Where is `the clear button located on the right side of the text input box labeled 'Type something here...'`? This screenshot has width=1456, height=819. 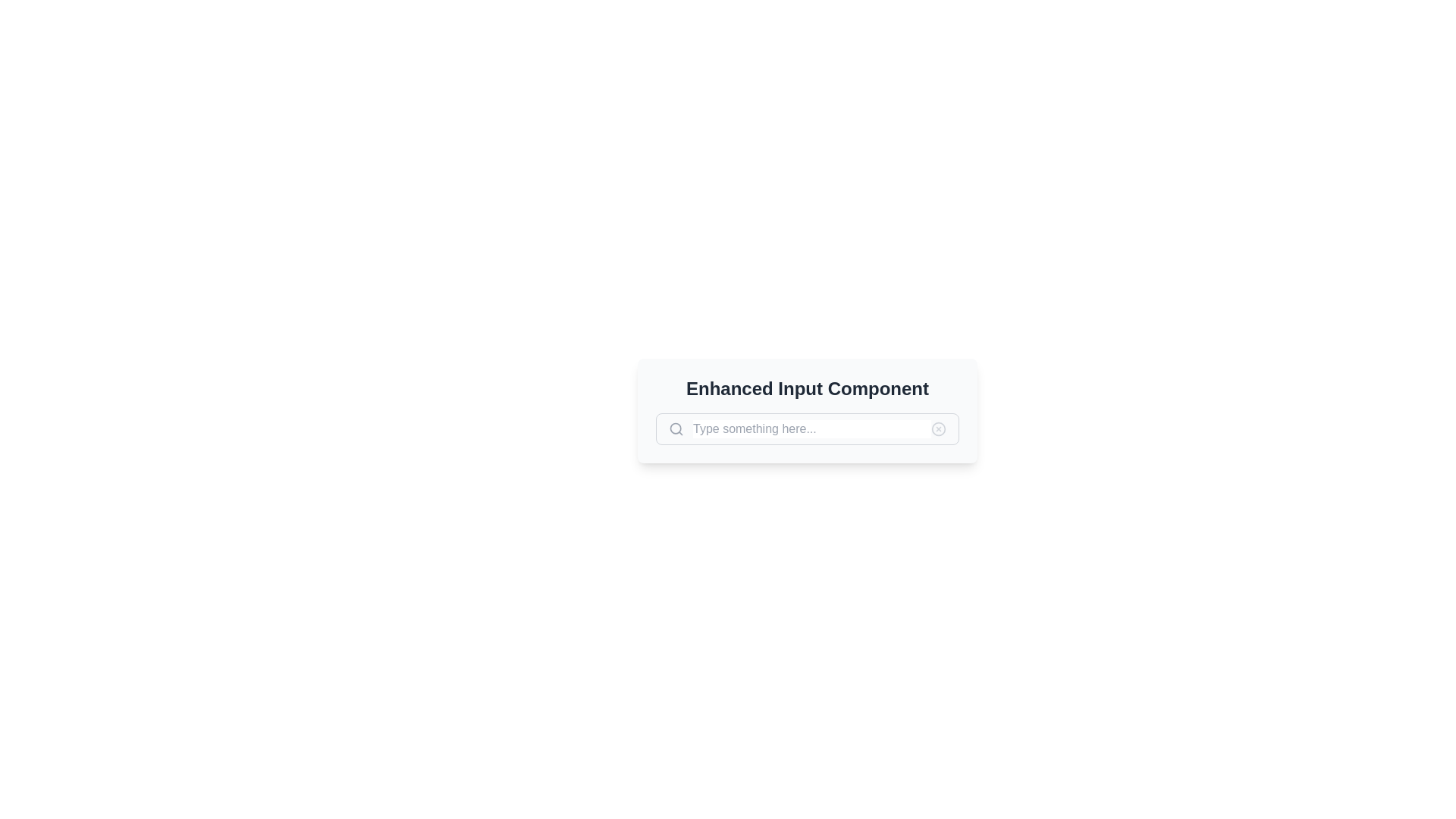 the clear button located on the right side of the text input box labeled 'Type something here...' is located at coordinates (938, 429).